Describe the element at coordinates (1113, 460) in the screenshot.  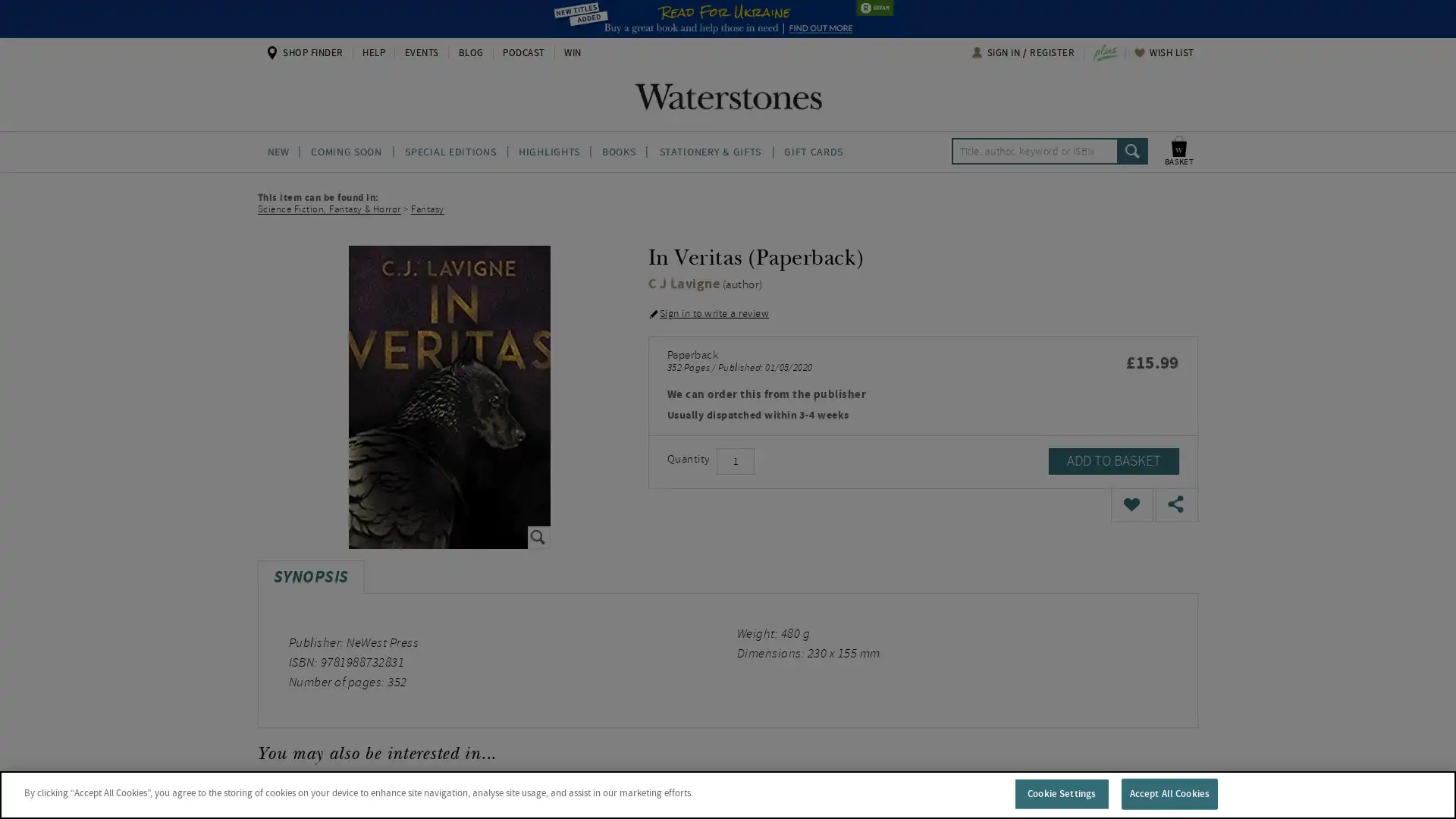
I see `ADD TO BASKET` at that location.